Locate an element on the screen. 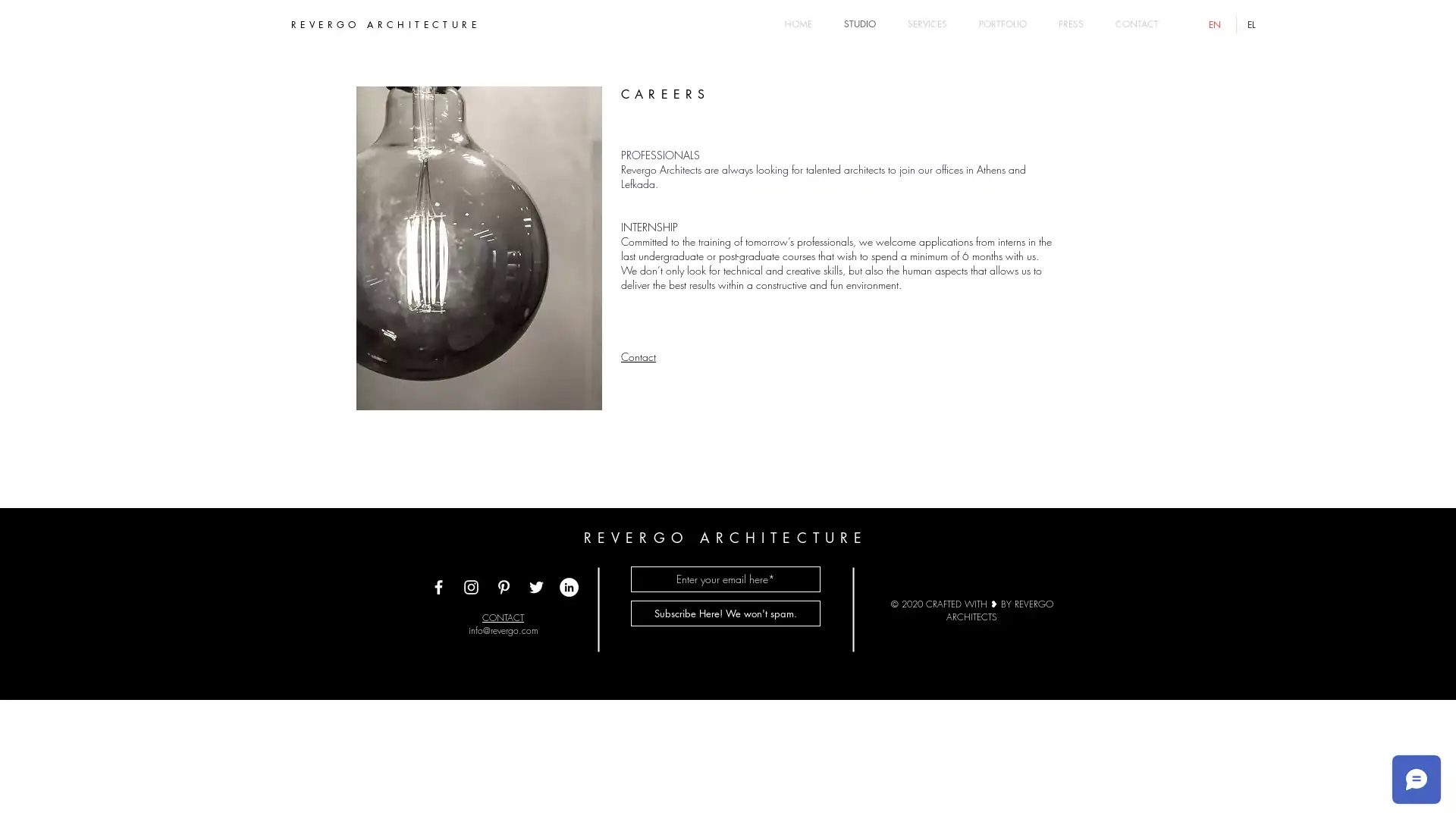 The width and height of the screenshot is (1456, 819). Subscribe Here! We won't spam. is located at coordinates (724, 613).